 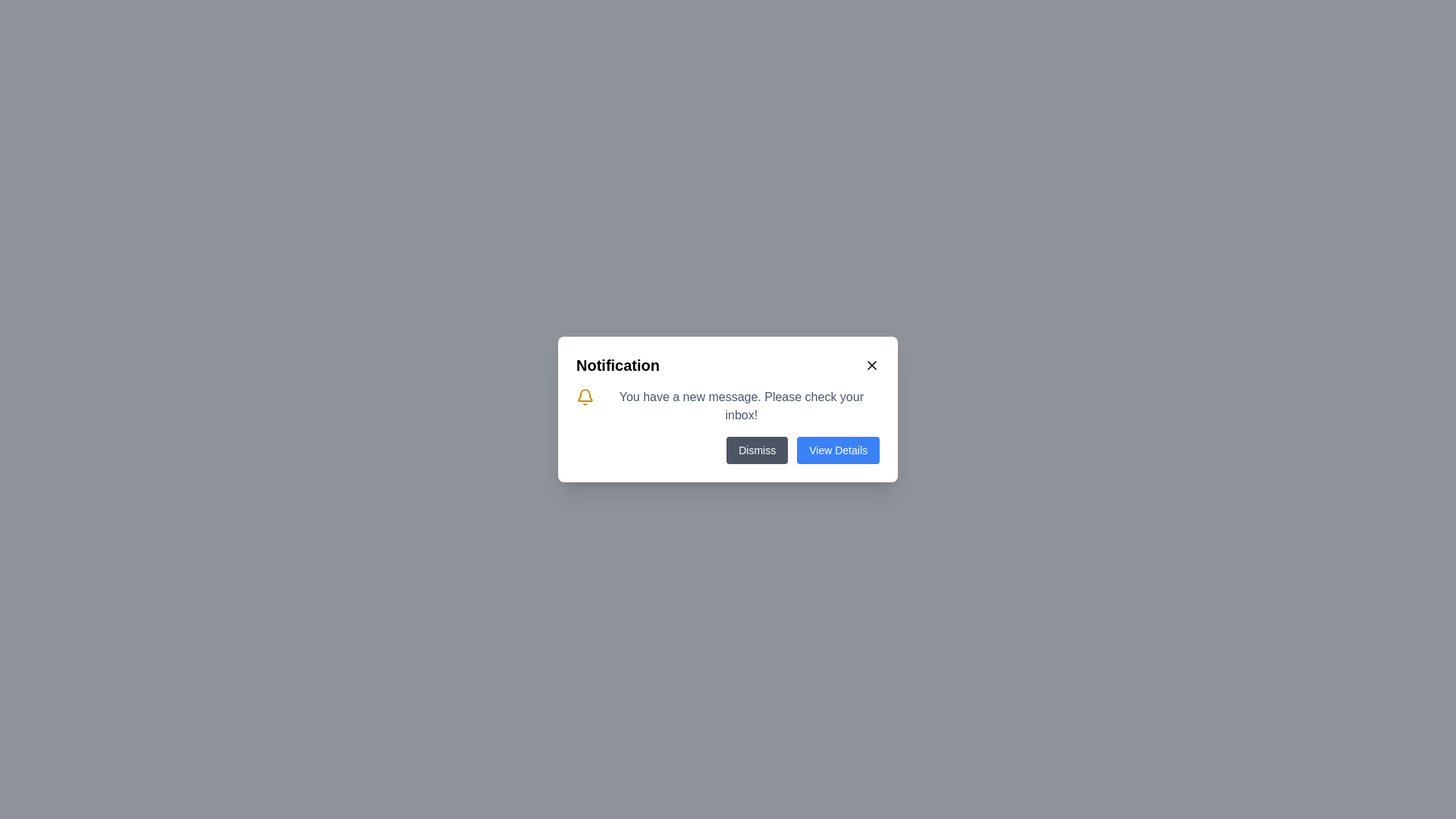 What do you see at coordinates (837, 450) in the screenshot?
I see `the 'View Details' button located at the bottom-right corner of the notification modal` at bounding box center [837, 450].